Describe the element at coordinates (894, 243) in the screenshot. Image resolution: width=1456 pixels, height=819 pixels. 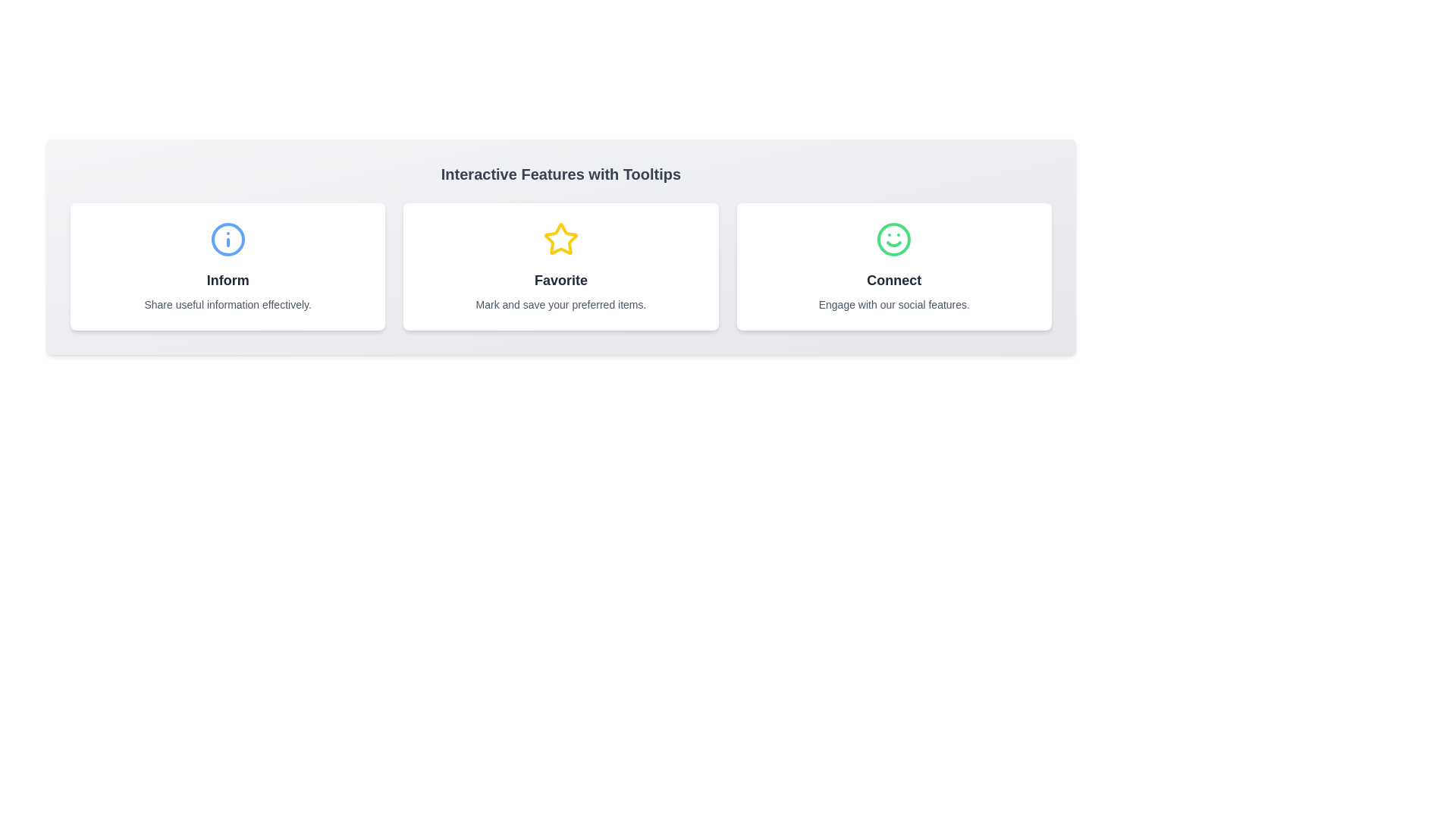
I see `the smile graphical element in the 'Connect' icon, which visually symbolizes connection and social interaction, located at the bottom-right of the interface` at that location.